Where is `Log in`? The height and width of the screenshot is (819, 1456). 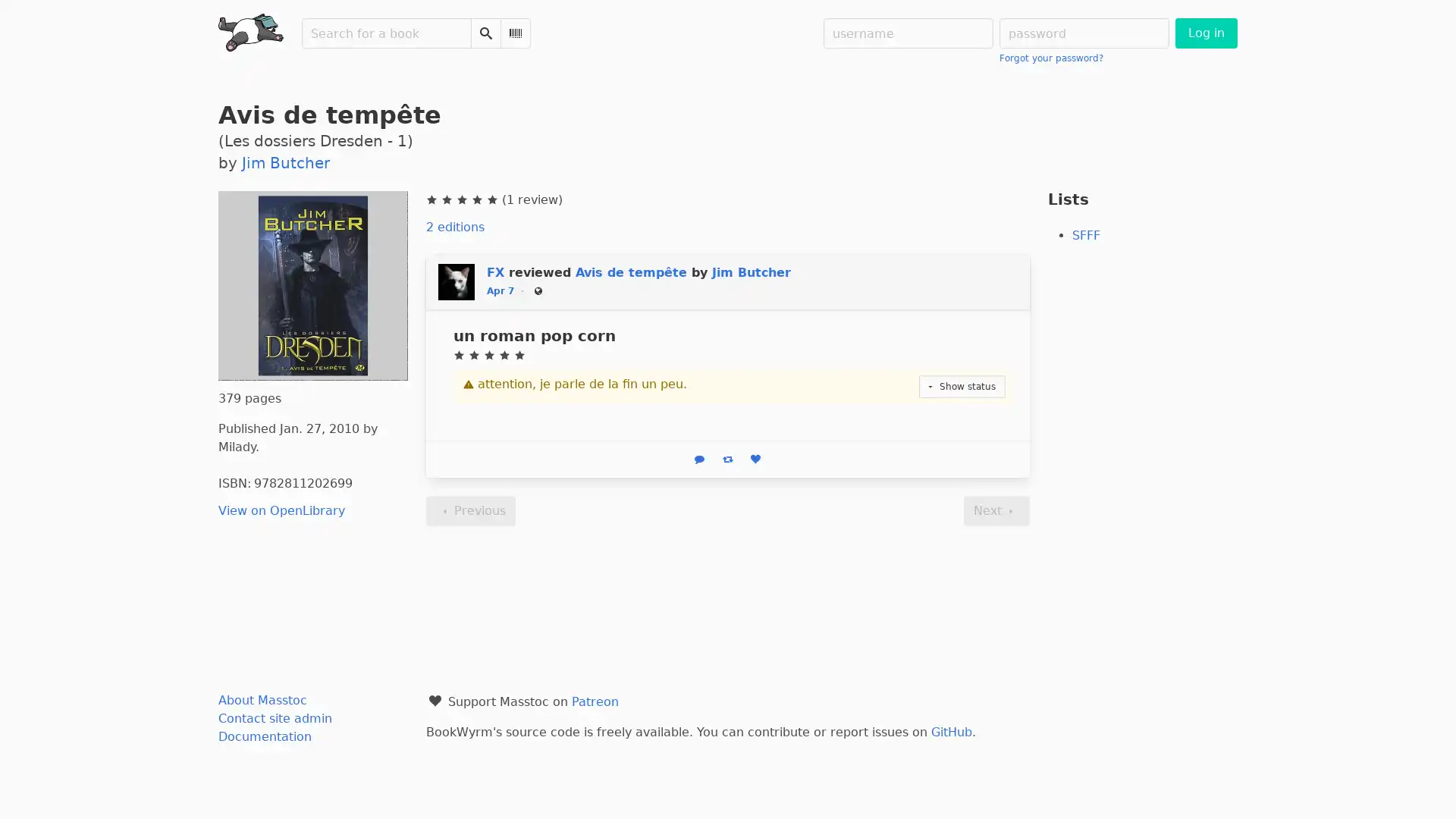 Log in is located at coordinates (1204, 33).